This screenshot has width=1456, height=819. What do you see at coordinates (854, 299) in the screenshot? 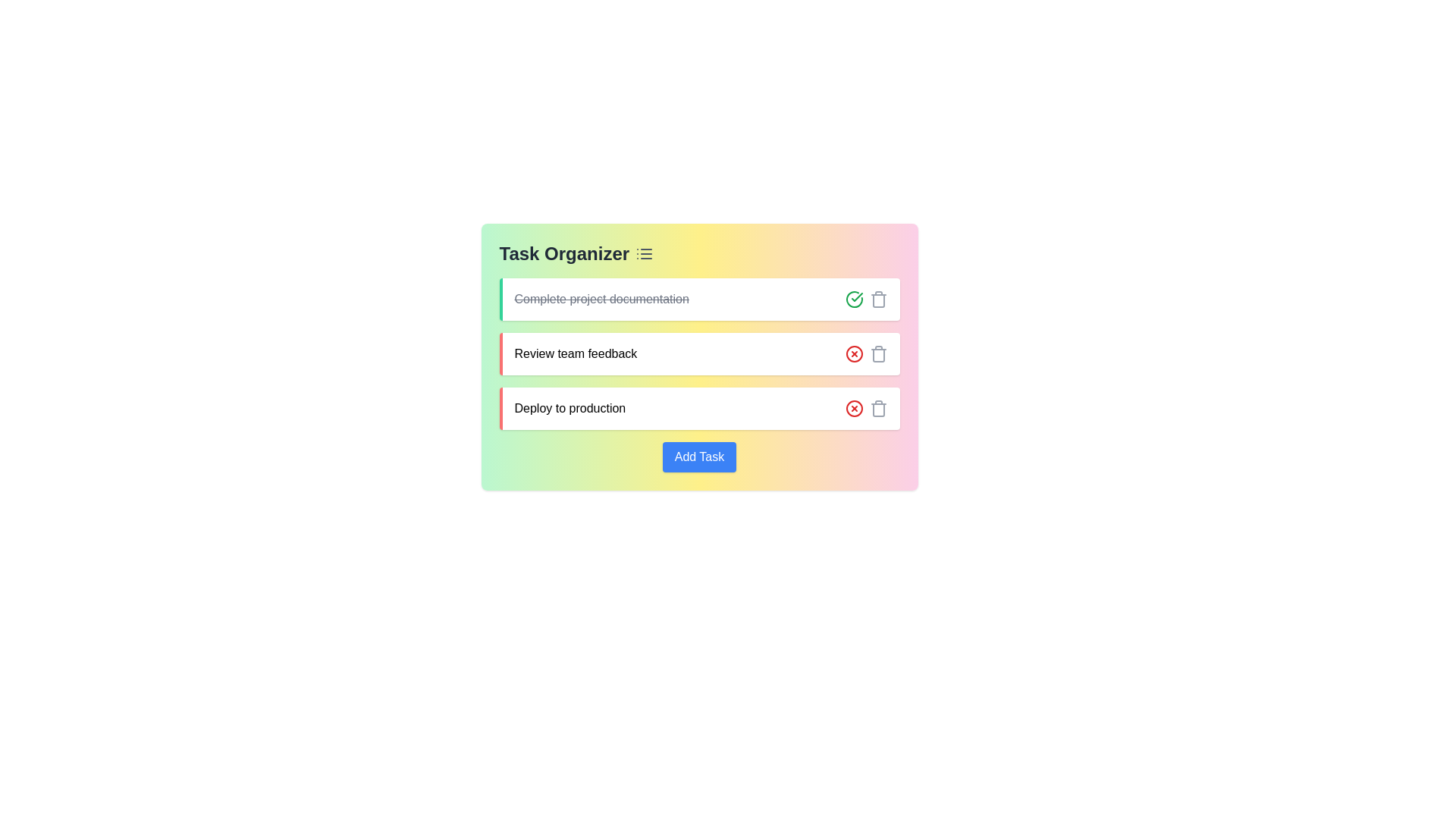
I see `the green circular checkmark icon button in the task management interface` at bounding box center [854, 299].